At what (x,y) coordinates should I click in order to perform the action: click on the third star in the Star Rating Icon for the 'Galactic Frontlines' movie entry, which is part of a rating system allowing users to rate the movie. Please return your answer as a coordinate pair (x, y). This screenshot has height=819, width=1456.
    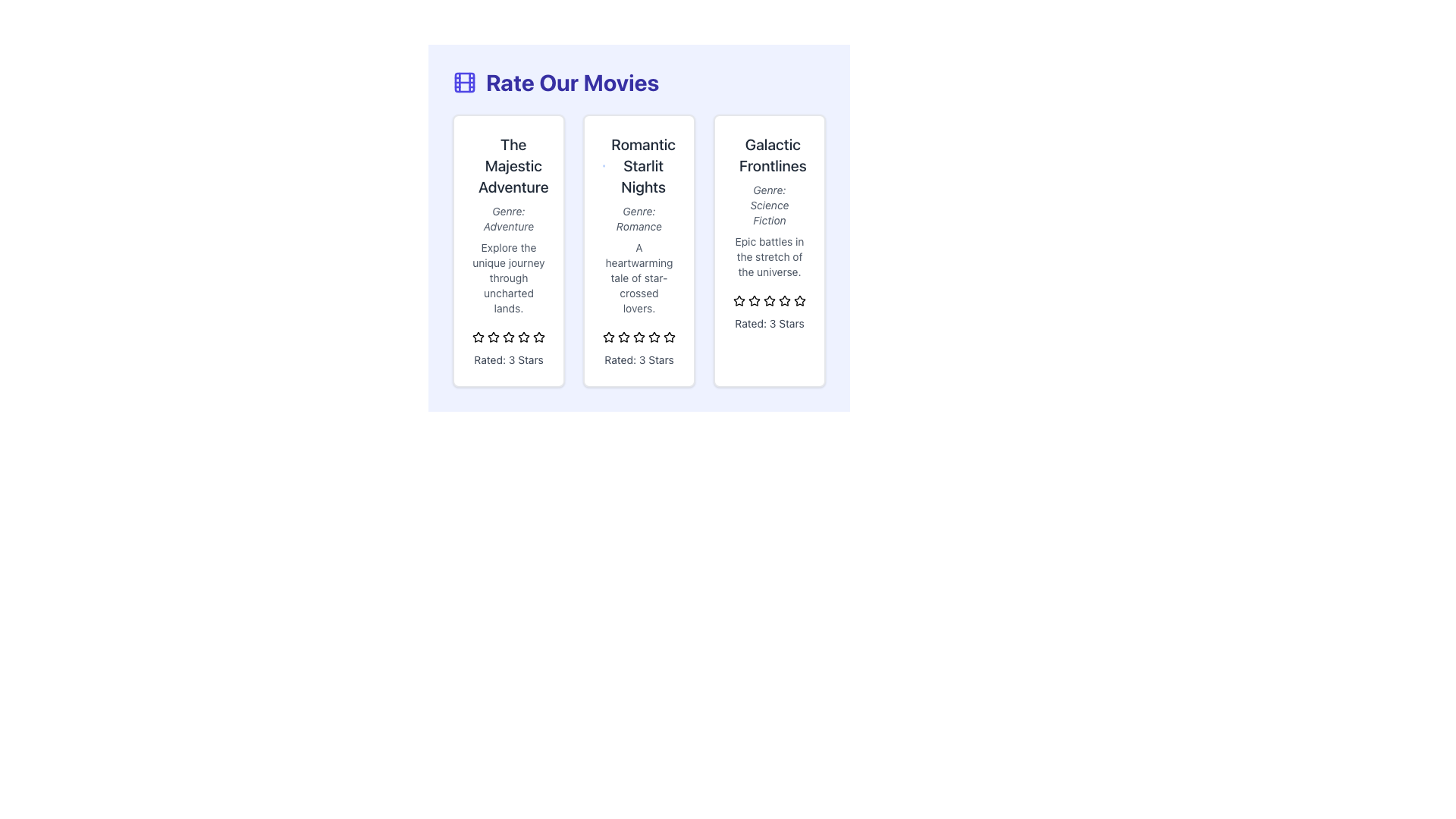
    Looking at the image, I should click on (739, 300).